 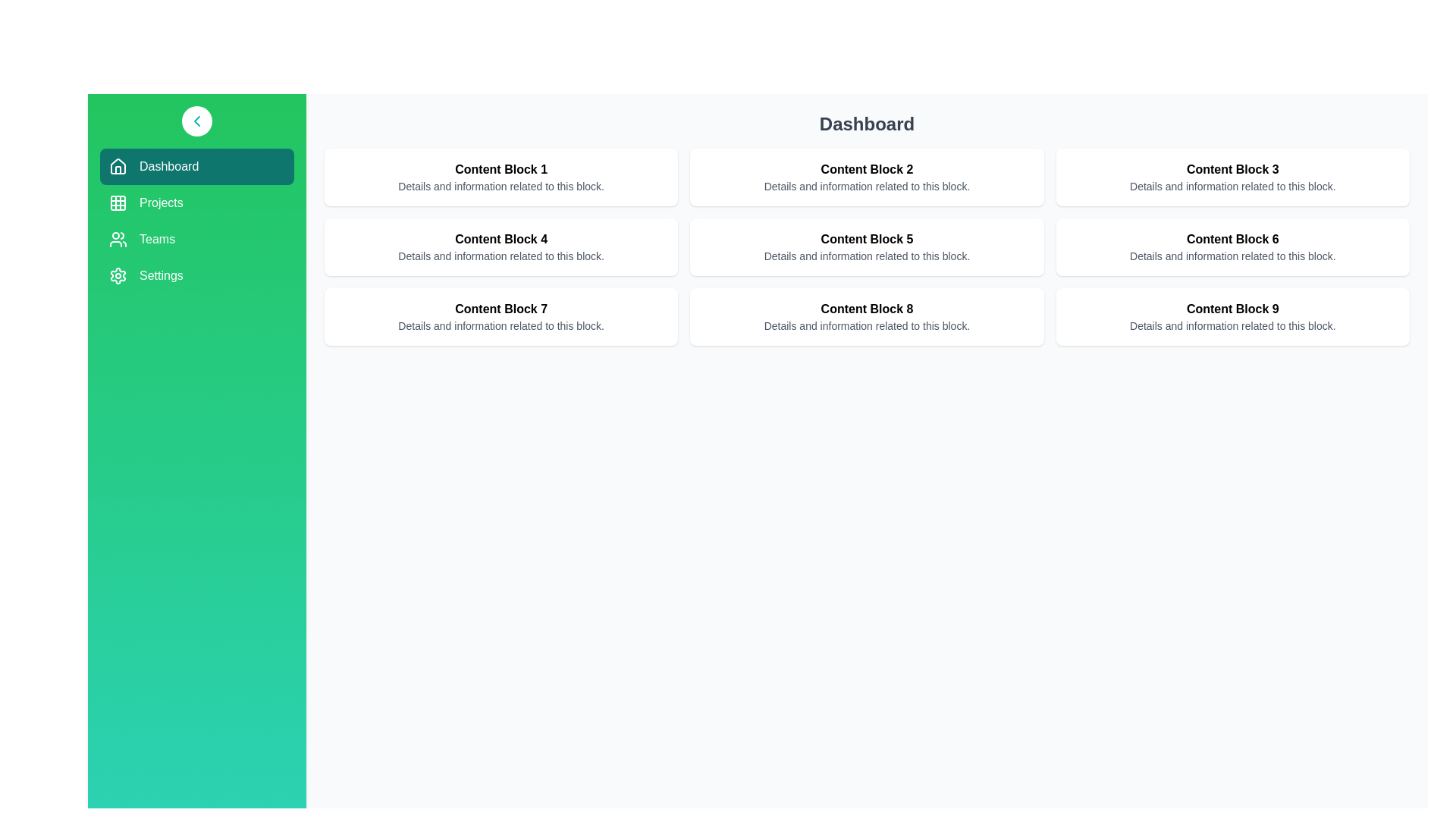 I want to click on the toggle button to change the sidebar state, so click(x=196, y=120).